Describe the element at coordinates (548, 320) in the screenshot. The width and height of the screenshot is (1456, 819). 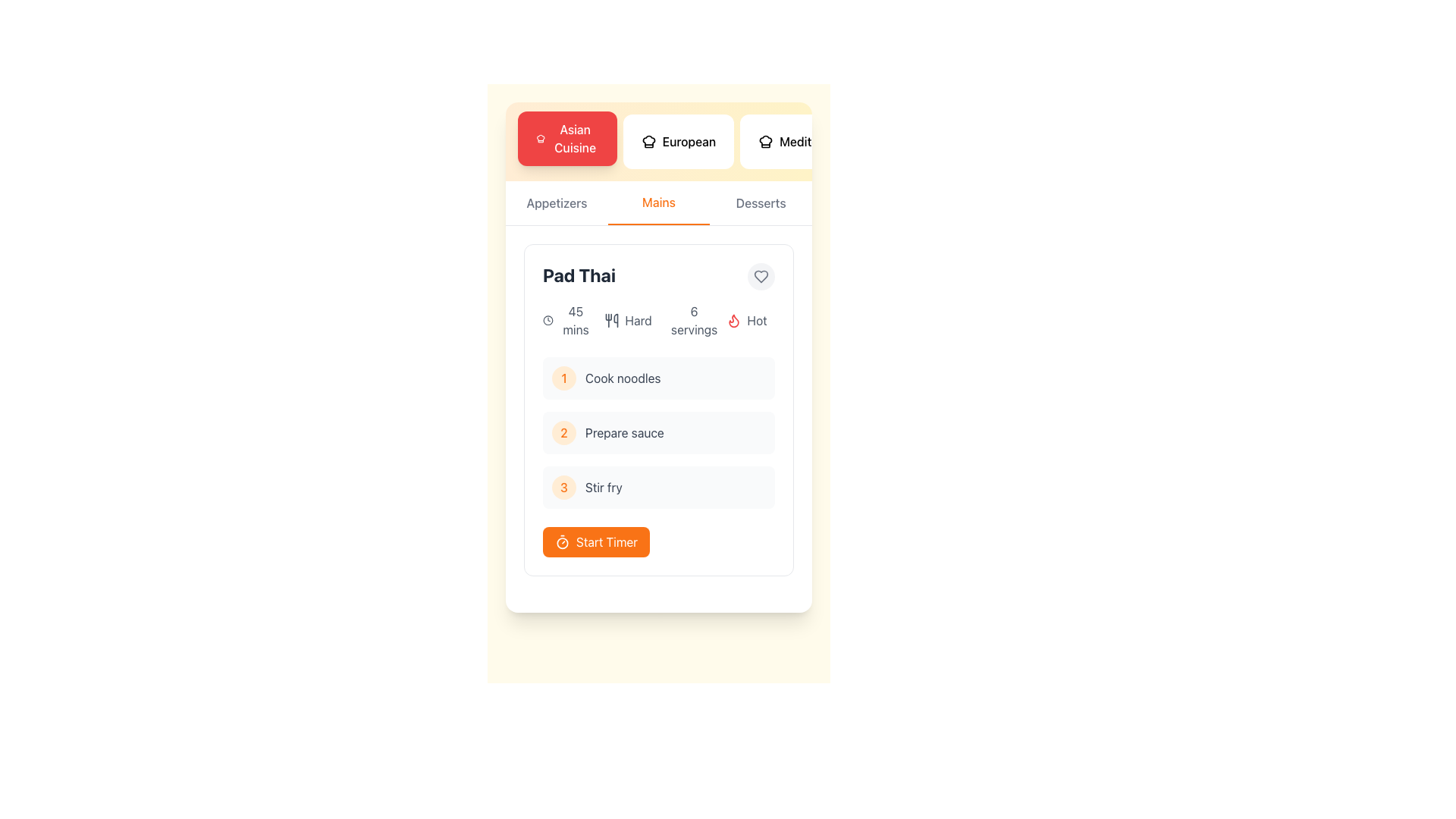
I see `the circular vector shape within the SVG graphic that represents a clock icon, located in the top-left section of the content card providing meta information about the recipe` at that location.